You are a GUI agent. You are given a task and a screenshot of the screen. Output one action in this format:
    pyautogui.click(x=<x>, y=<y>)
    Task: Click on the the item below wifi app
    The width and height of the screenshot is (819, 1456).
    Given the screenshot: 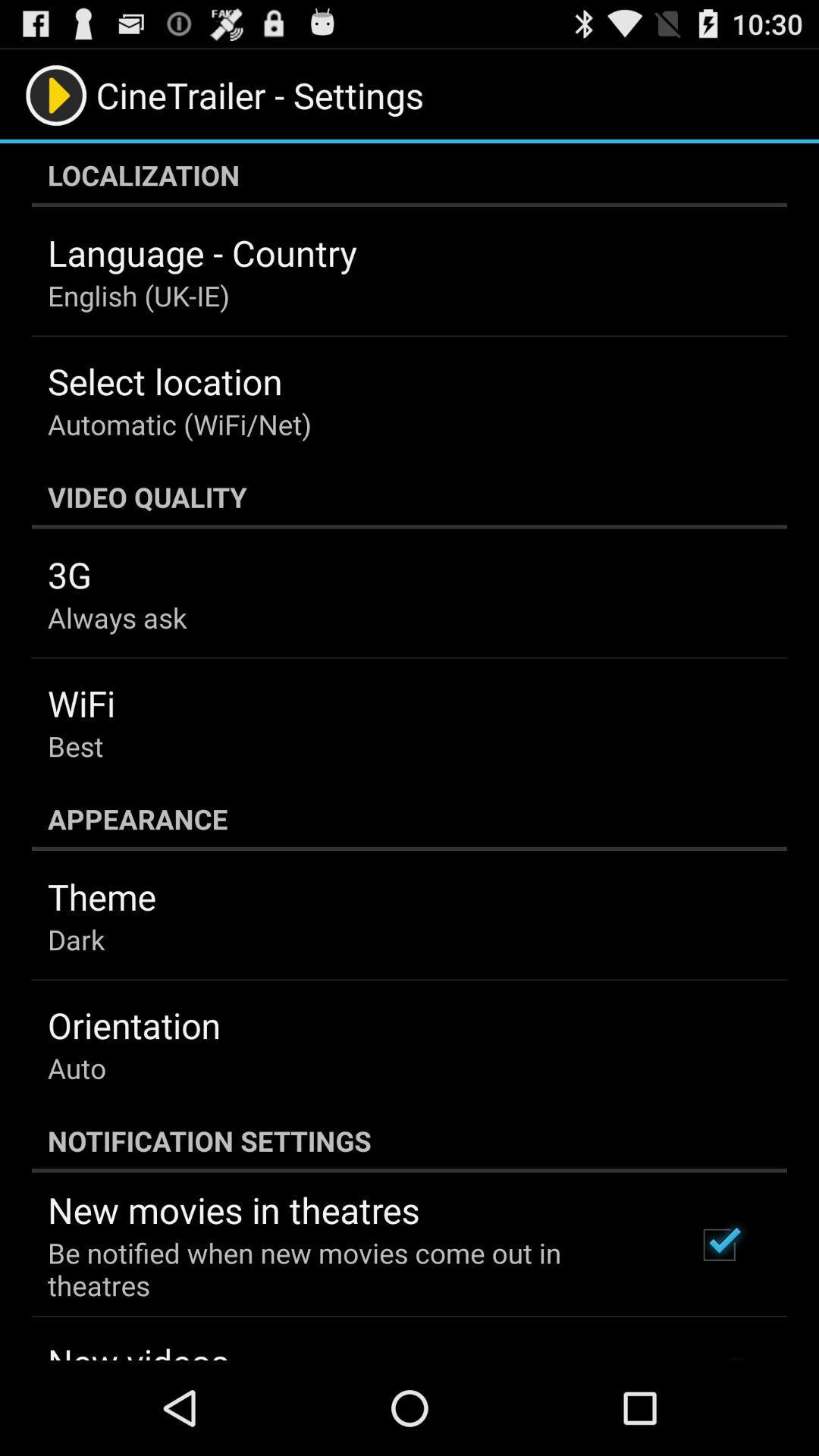 What is the action you would take?
    pyautogui.click(x=75, y=745)
    